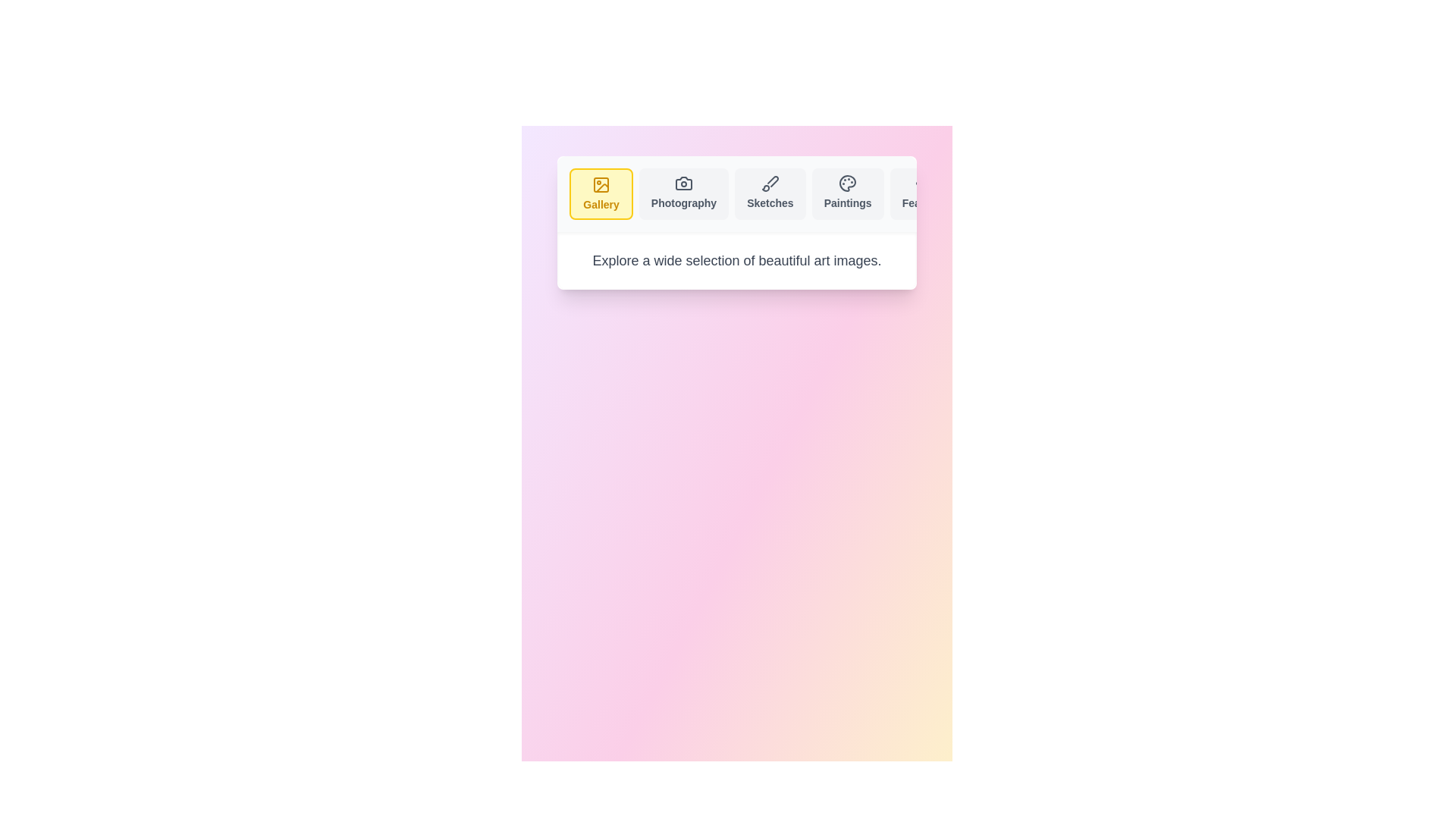  I want to click on the tab labeled Gallery, so click(601, 193).